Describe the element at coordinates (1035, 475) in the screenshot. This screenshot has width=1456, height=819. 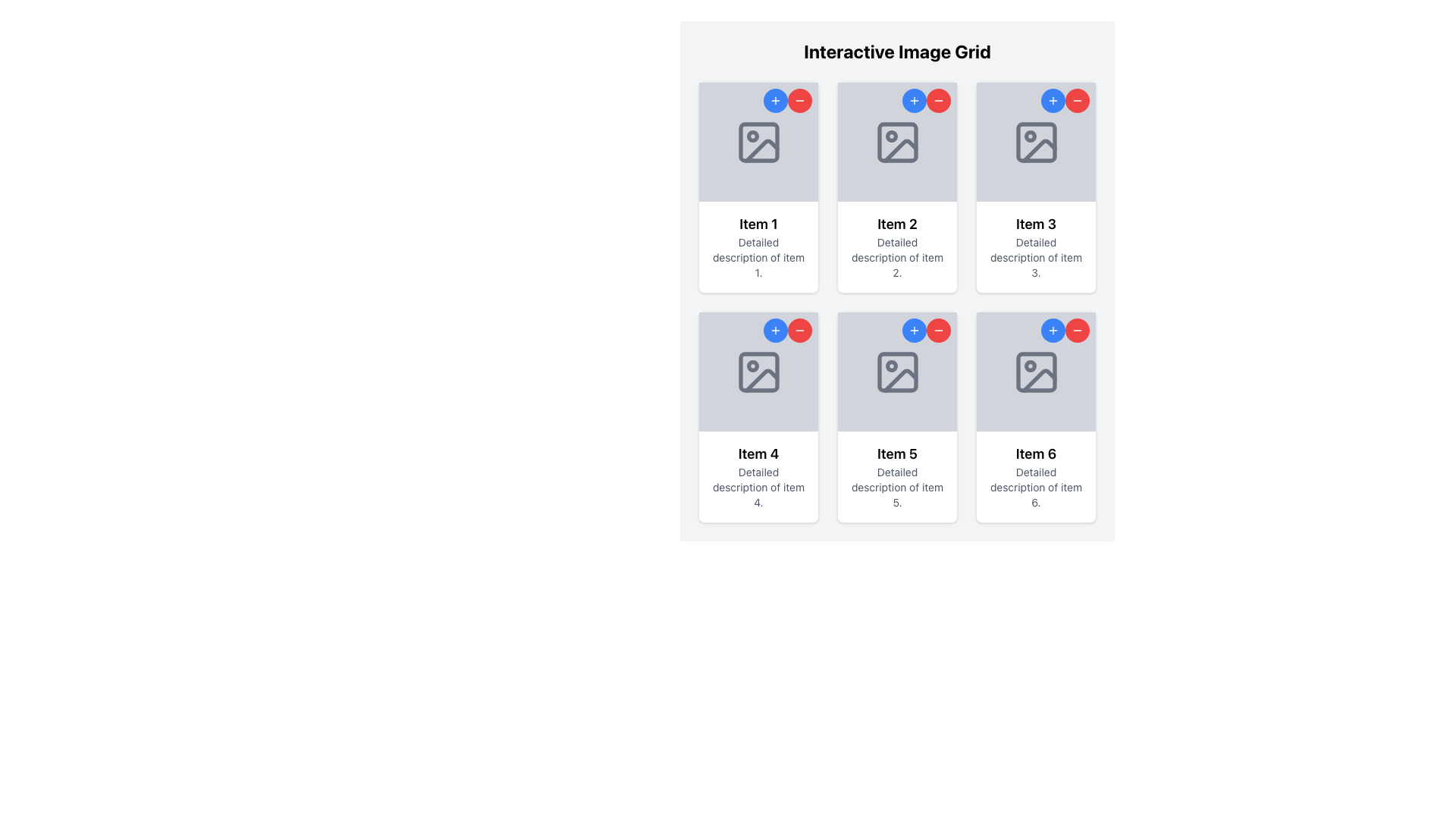
I see `the Text content block featuring the bold title 'Item 6' and the detailed description 'Detailed description of item 6.' positioned at the bottom-right corner of the grid layout` at that location.